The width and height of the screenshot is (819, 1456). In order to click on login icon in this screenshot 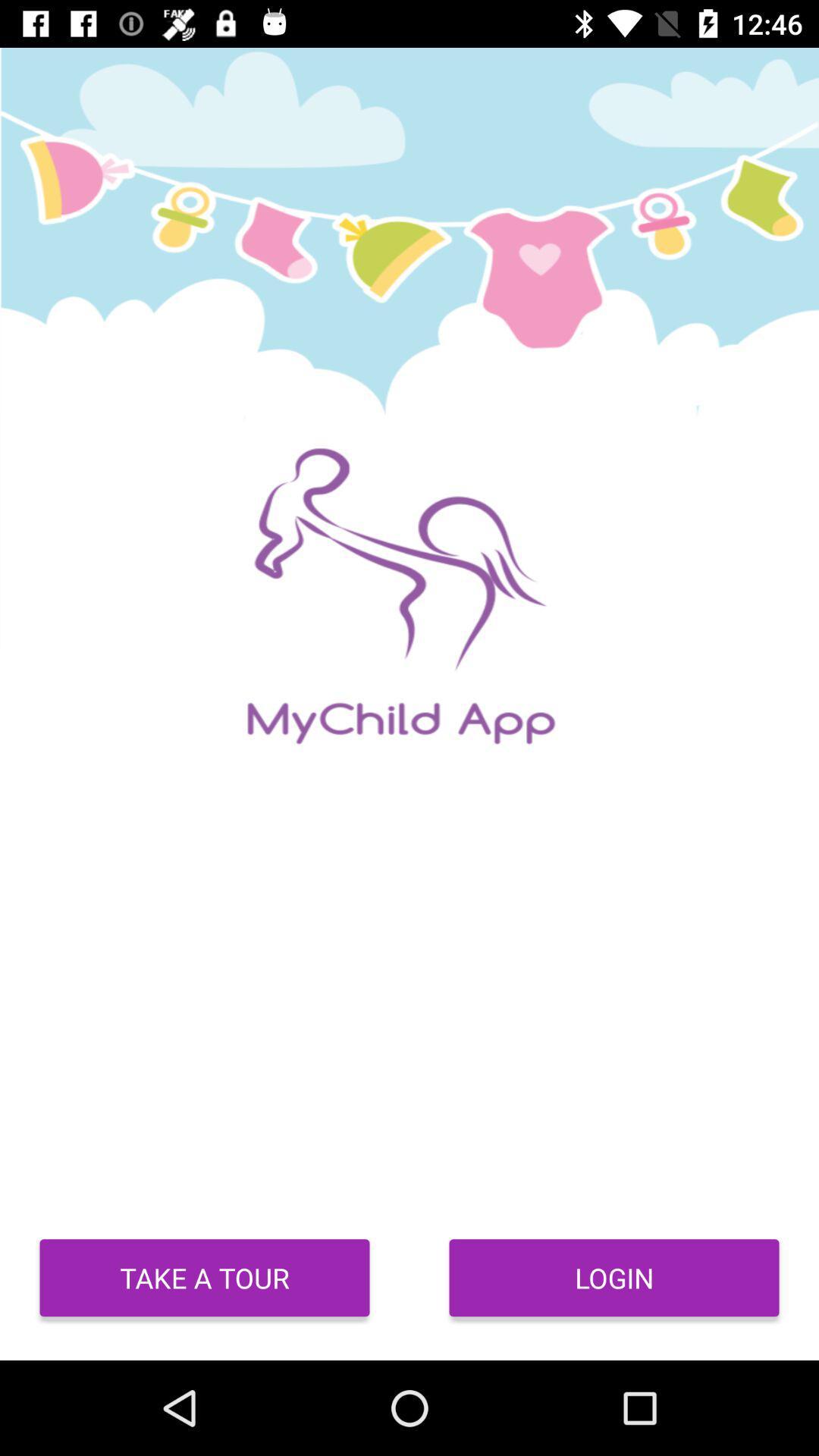, I will do `click(614, 1277)`.